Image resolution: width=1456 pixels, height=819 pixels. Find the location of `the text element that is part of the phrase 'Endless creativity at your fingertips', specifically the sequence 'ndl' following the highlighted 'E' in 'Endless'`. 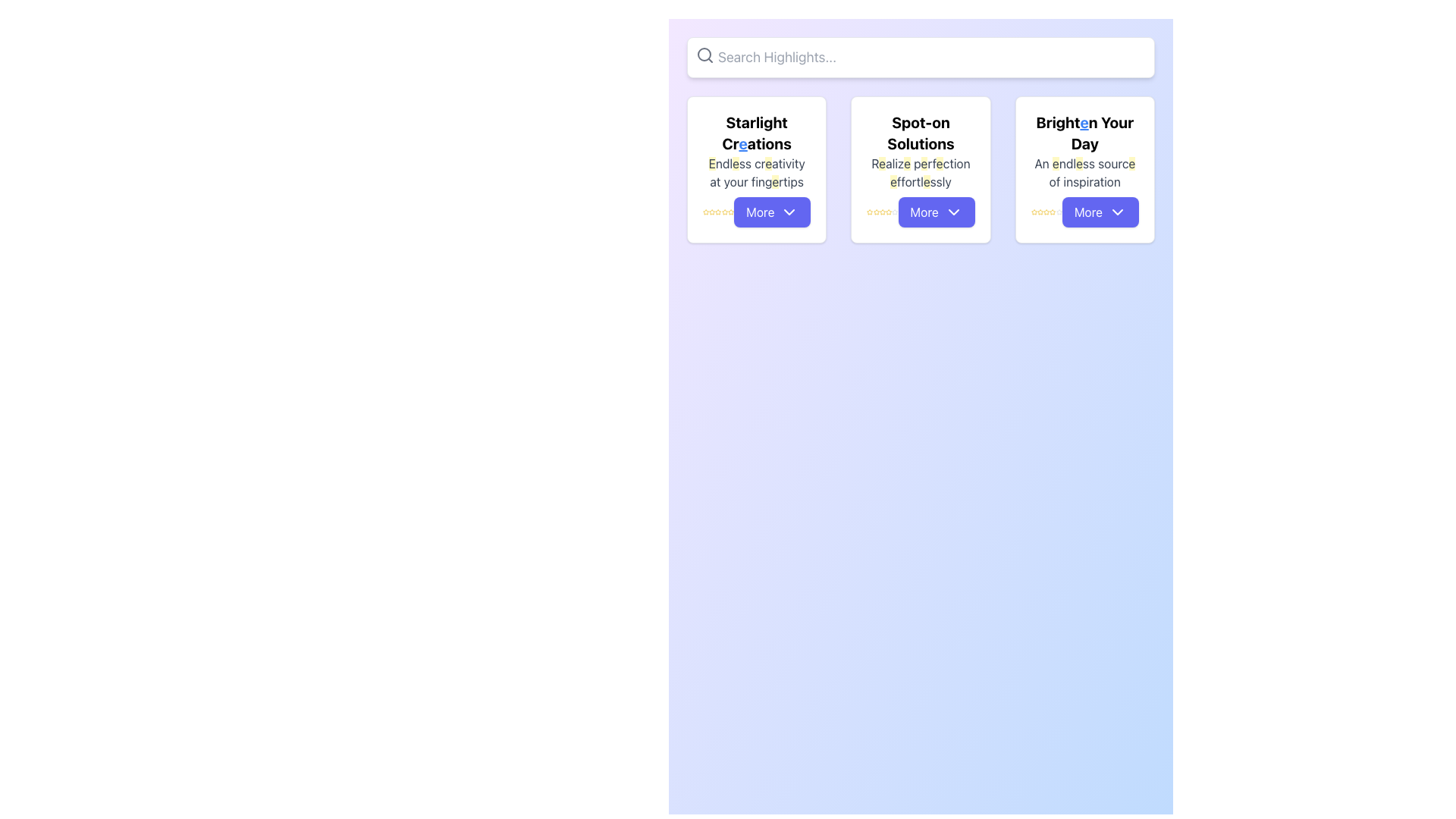

the text element that is part of the phrase 'Endless creativity at your fingertips', specifically the sequence 'ndl' following the highlighted 'E' in 'Endless' is located at coordinates (723, 164).